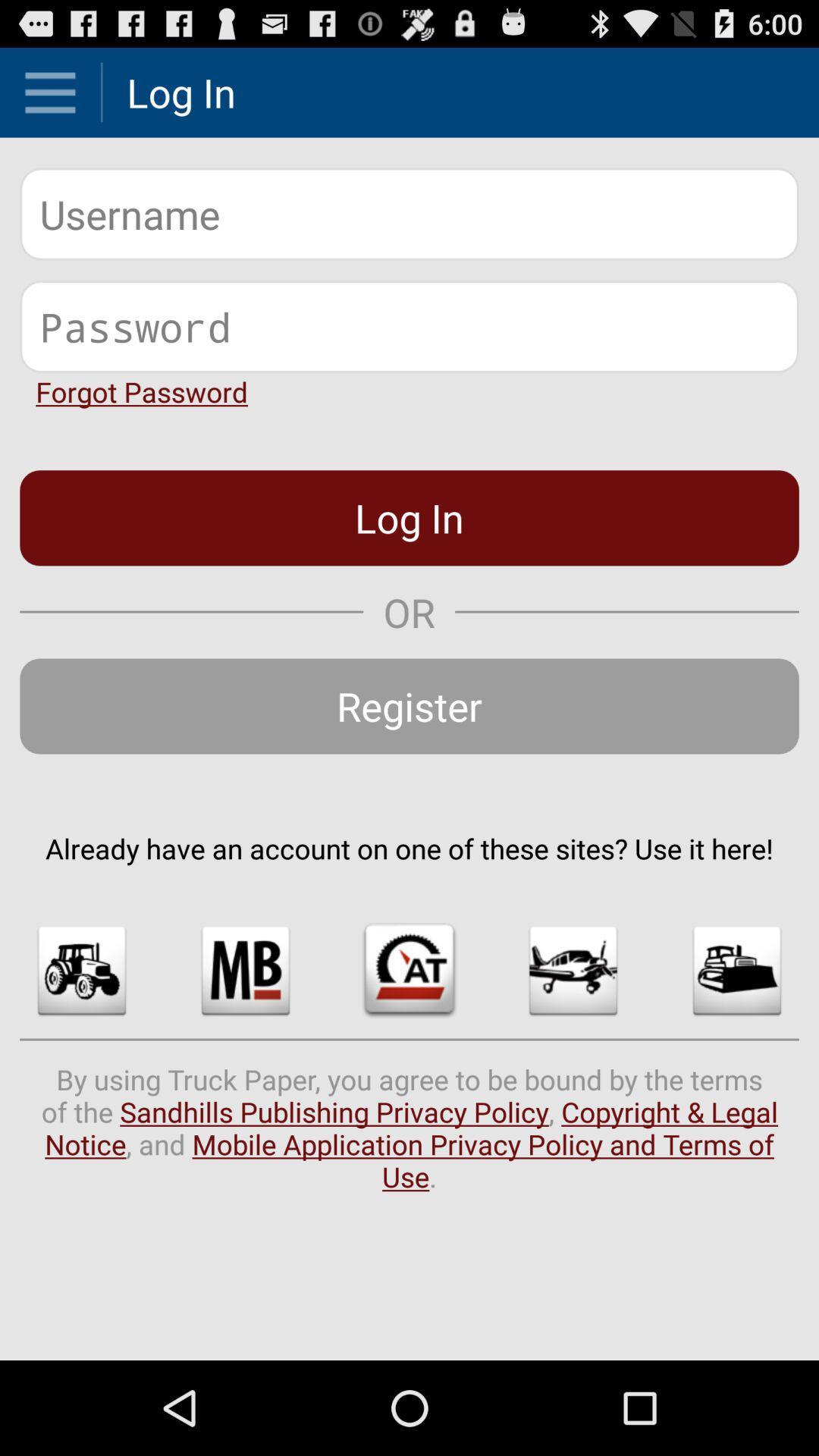  What do you see at coordinates (142, 391) in the screenshot?
I see `the forgot password` at bounding box center [142, 391].